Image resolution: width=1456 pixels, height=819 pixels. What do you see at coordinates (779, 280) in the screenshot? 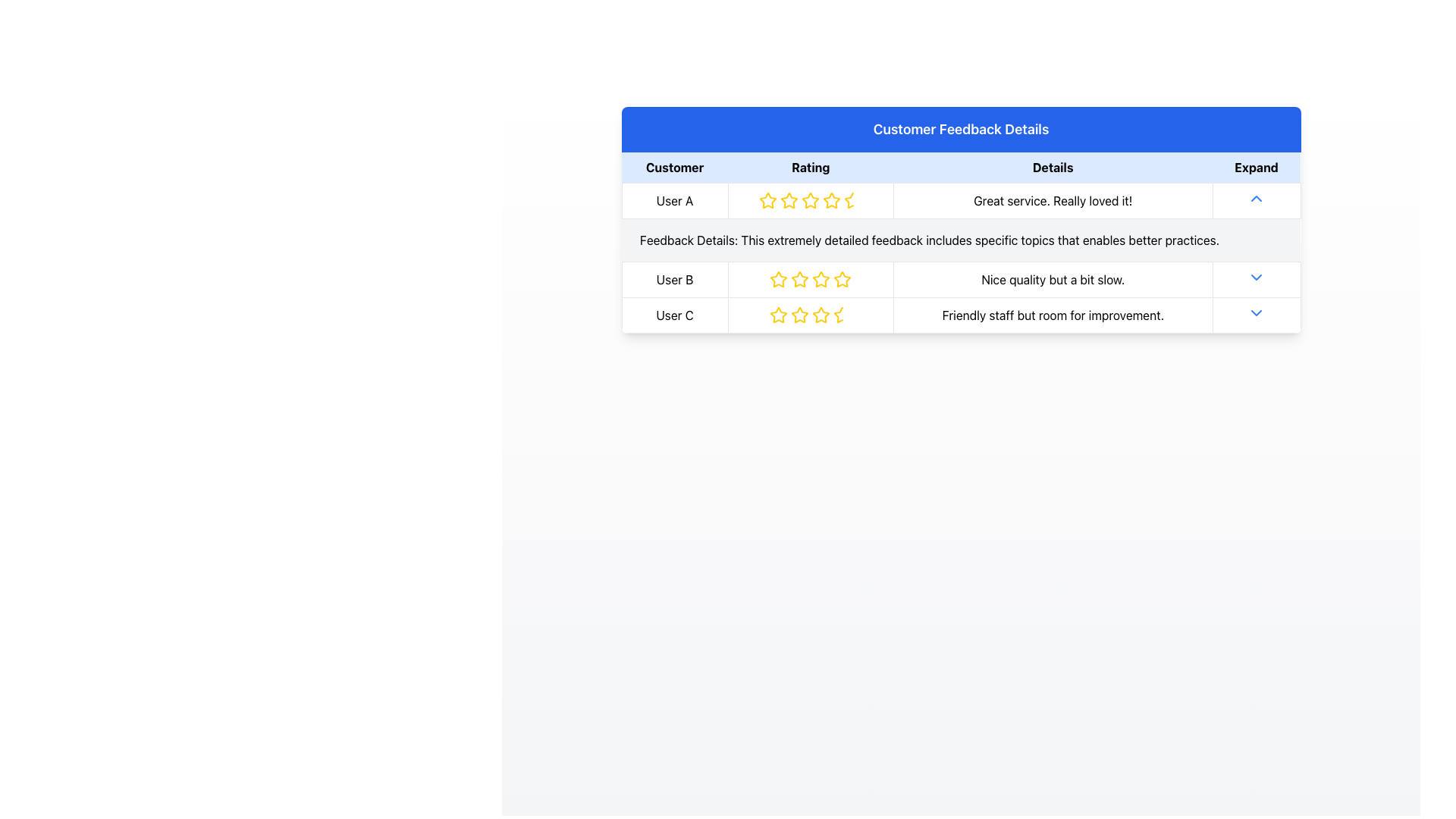
I see `the second star in the rating system for the 'User B' feedback entry, located in the second row of the main feedback section` at bounding box center [779, 280].